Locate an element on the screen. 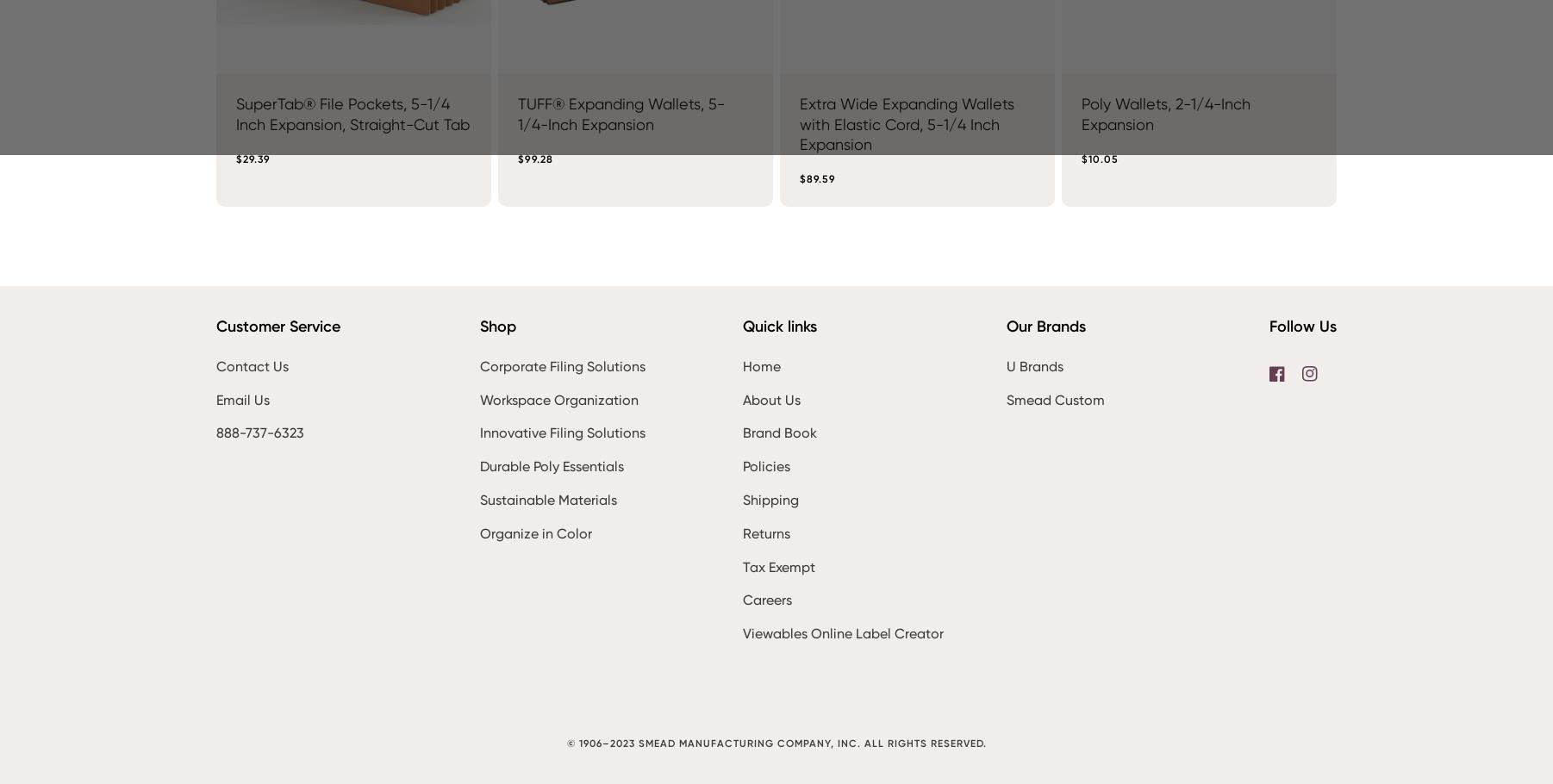 Image resolution: width=1553 pixels, height=784 pixels. 'Corporate Filing Solutions' is located at coordinates (477, 365).